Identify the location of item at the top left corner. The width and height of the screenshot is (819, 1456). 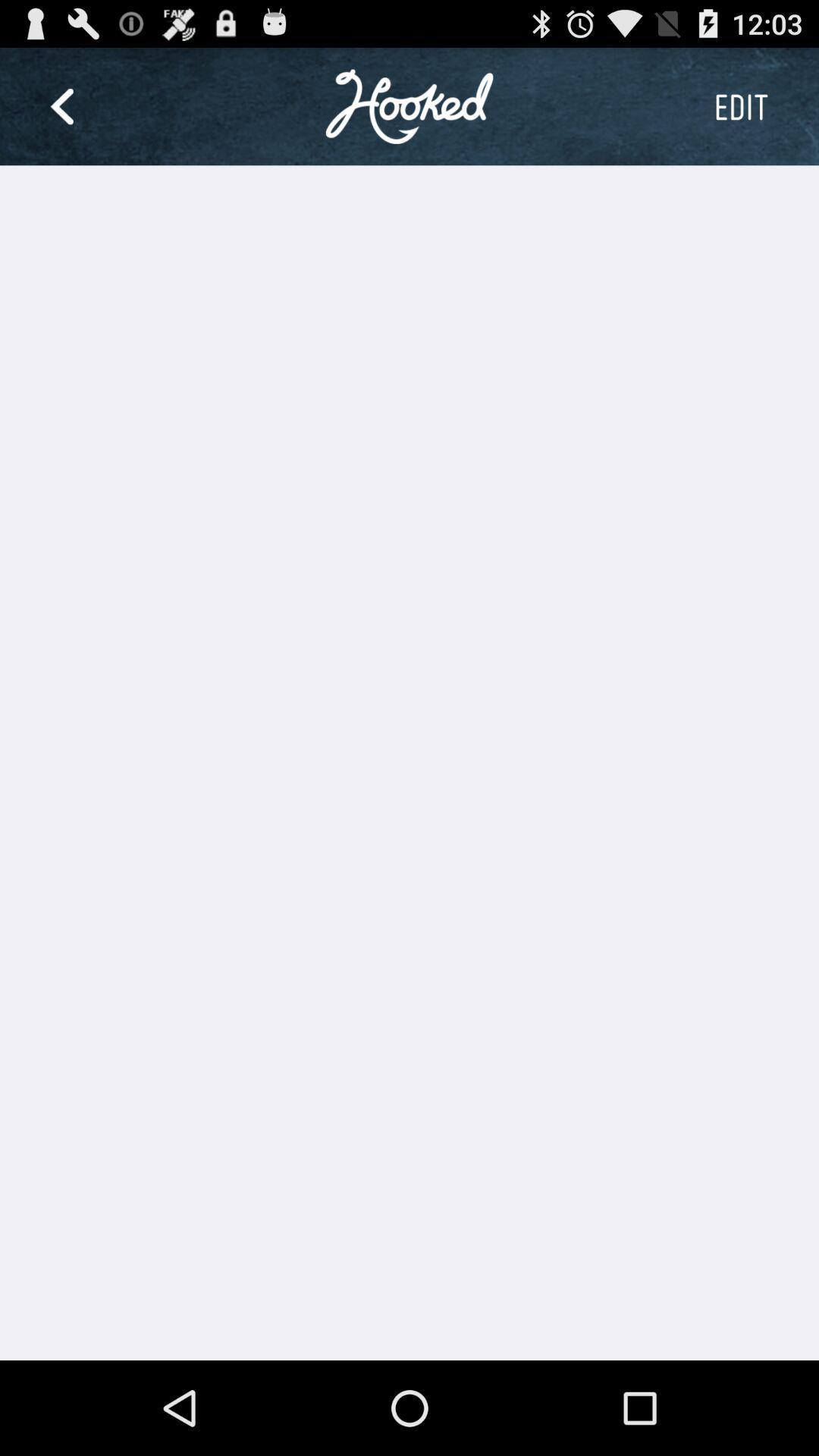
(61, 105).